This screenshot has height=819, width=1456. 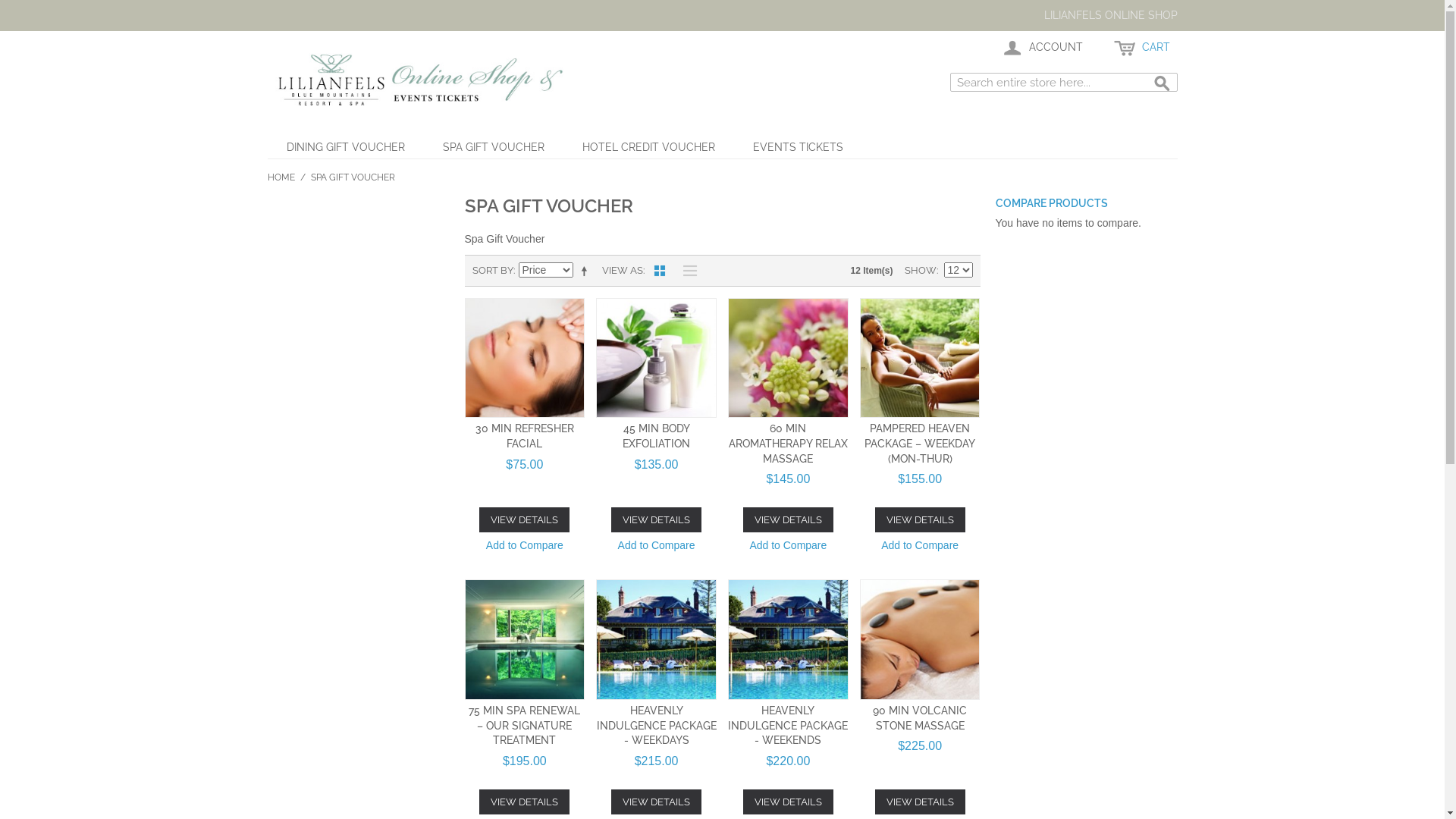 What do you see at coordinates (797, 146) in the screenshot?
I see `'EVENTS TICKETS'` at bounding box center [797, 146].